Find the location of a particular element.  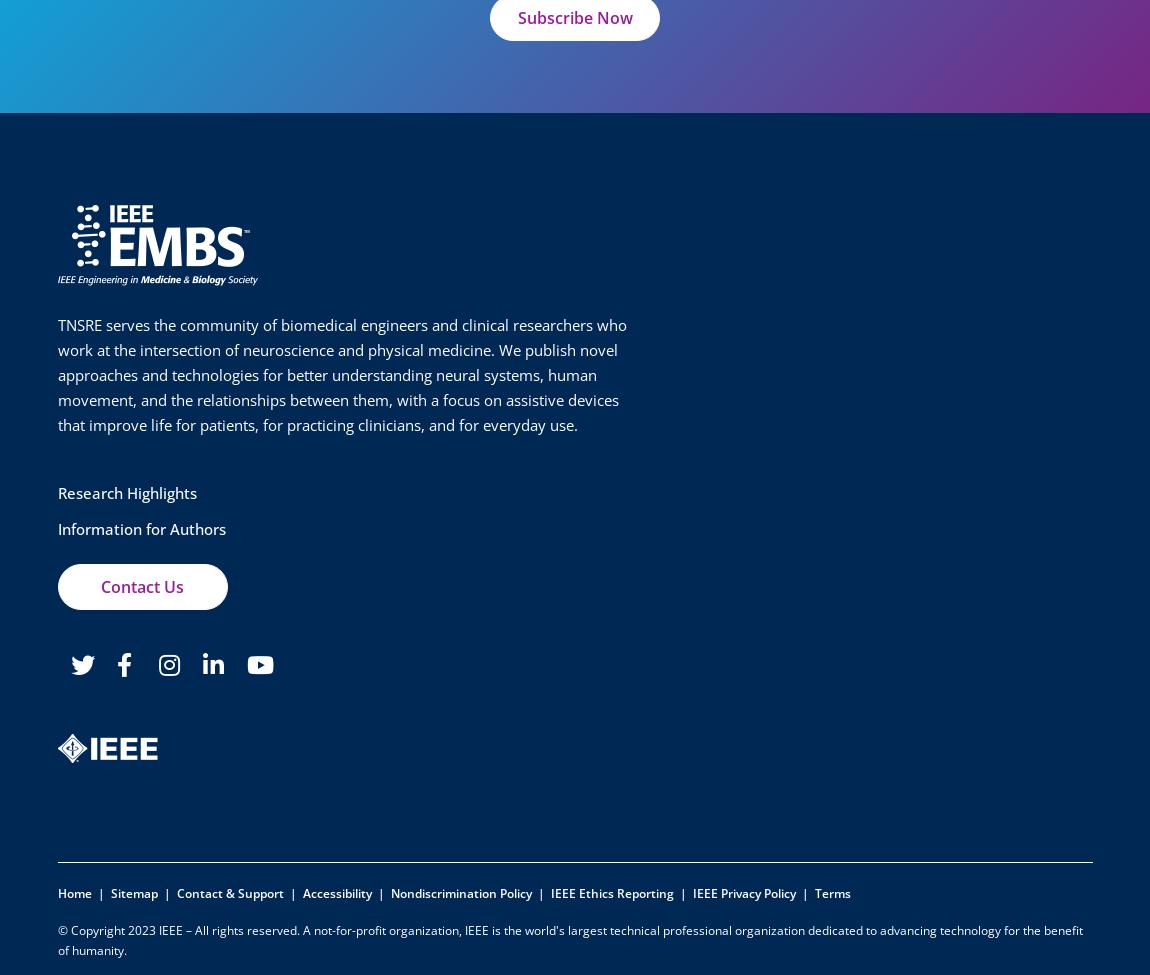

'2023 IEEE – All rights reserved. A not-for-profit organization, IEEE is the world's largest technical professional organization dedicated to advancing technology for the benefit of humanity.' is located at coordinates (569, 939).